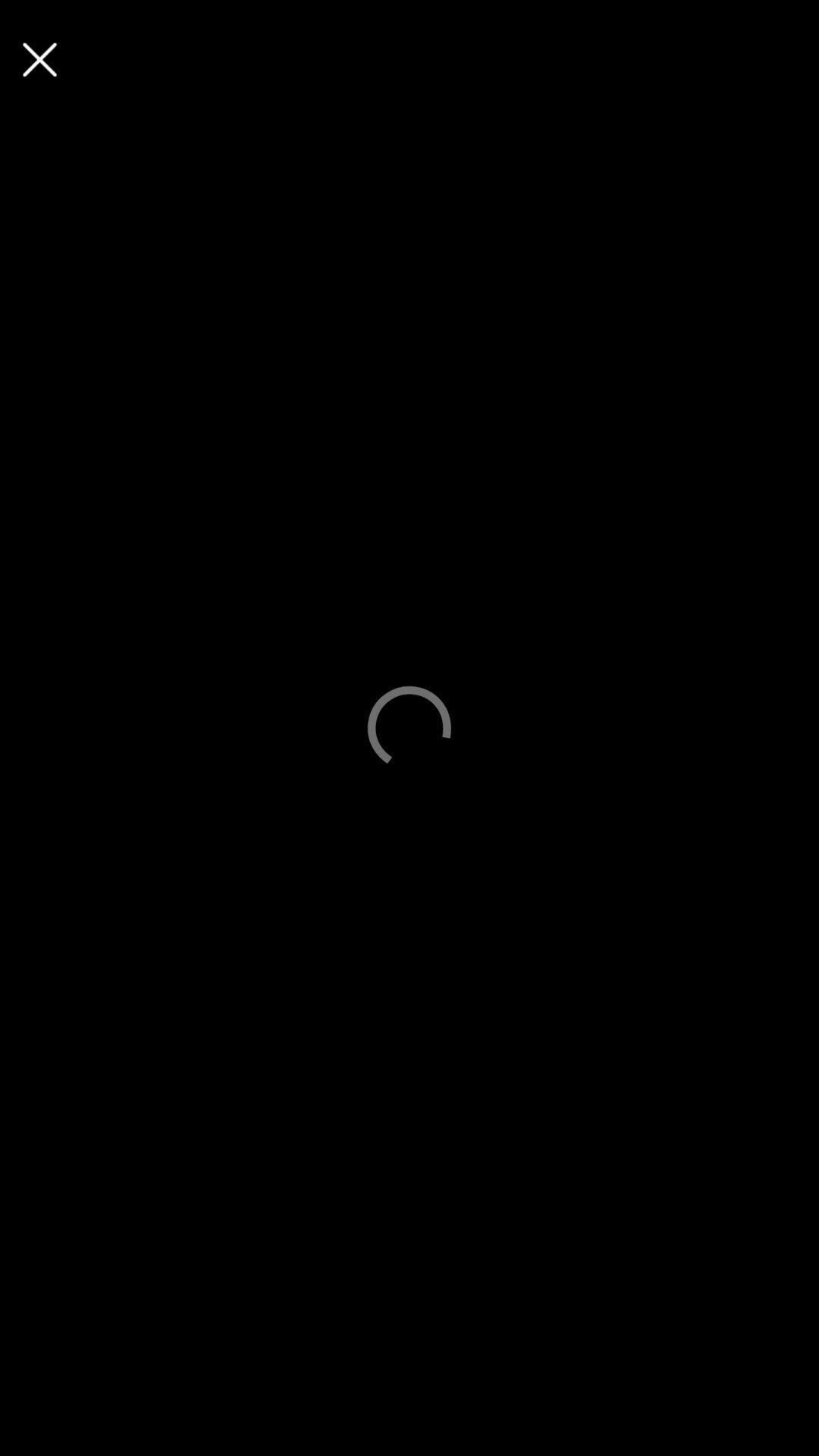 This screenshot has height=1456, width=819. What do you see at coordinates (39, 59) in the screenshot?
I see `the close icon` at bounding box center [39, 59].